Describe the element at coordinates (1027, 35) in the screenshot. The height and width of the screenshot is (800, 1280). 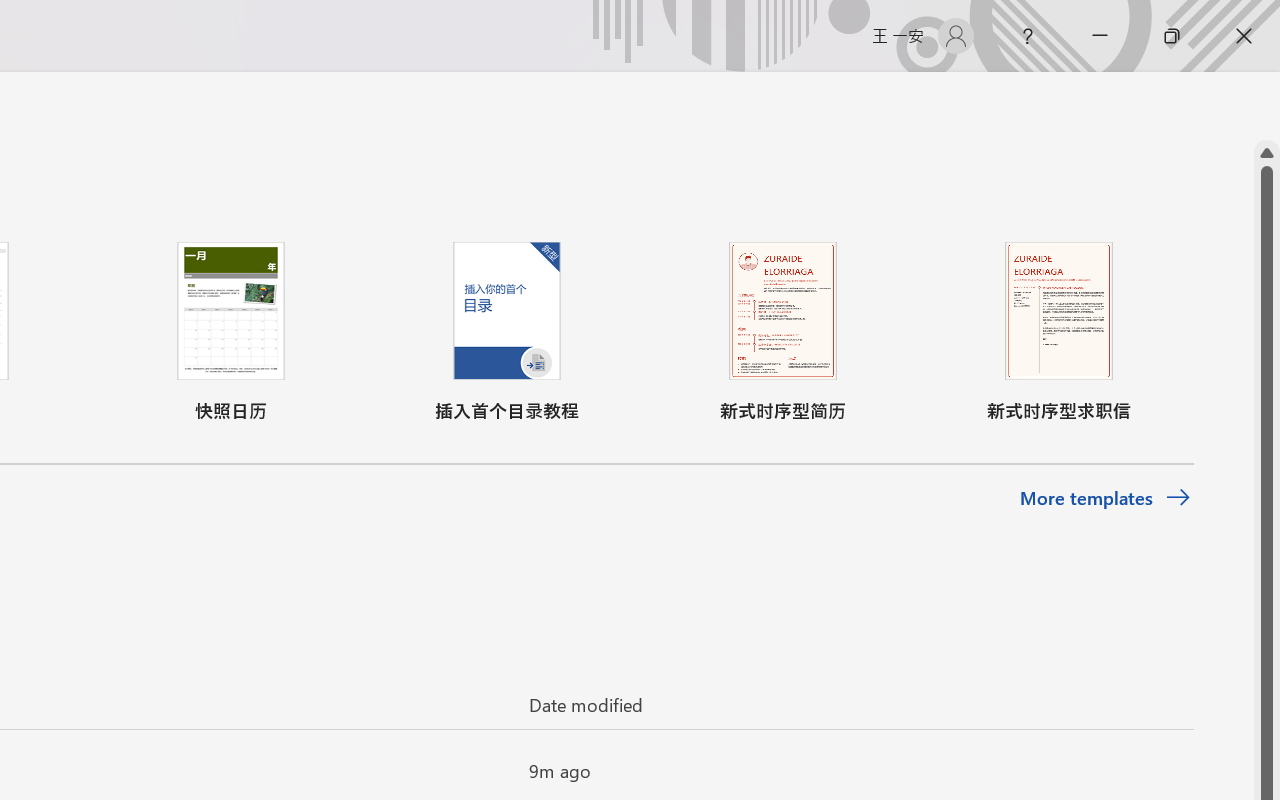
I see `'Help'` at that location.